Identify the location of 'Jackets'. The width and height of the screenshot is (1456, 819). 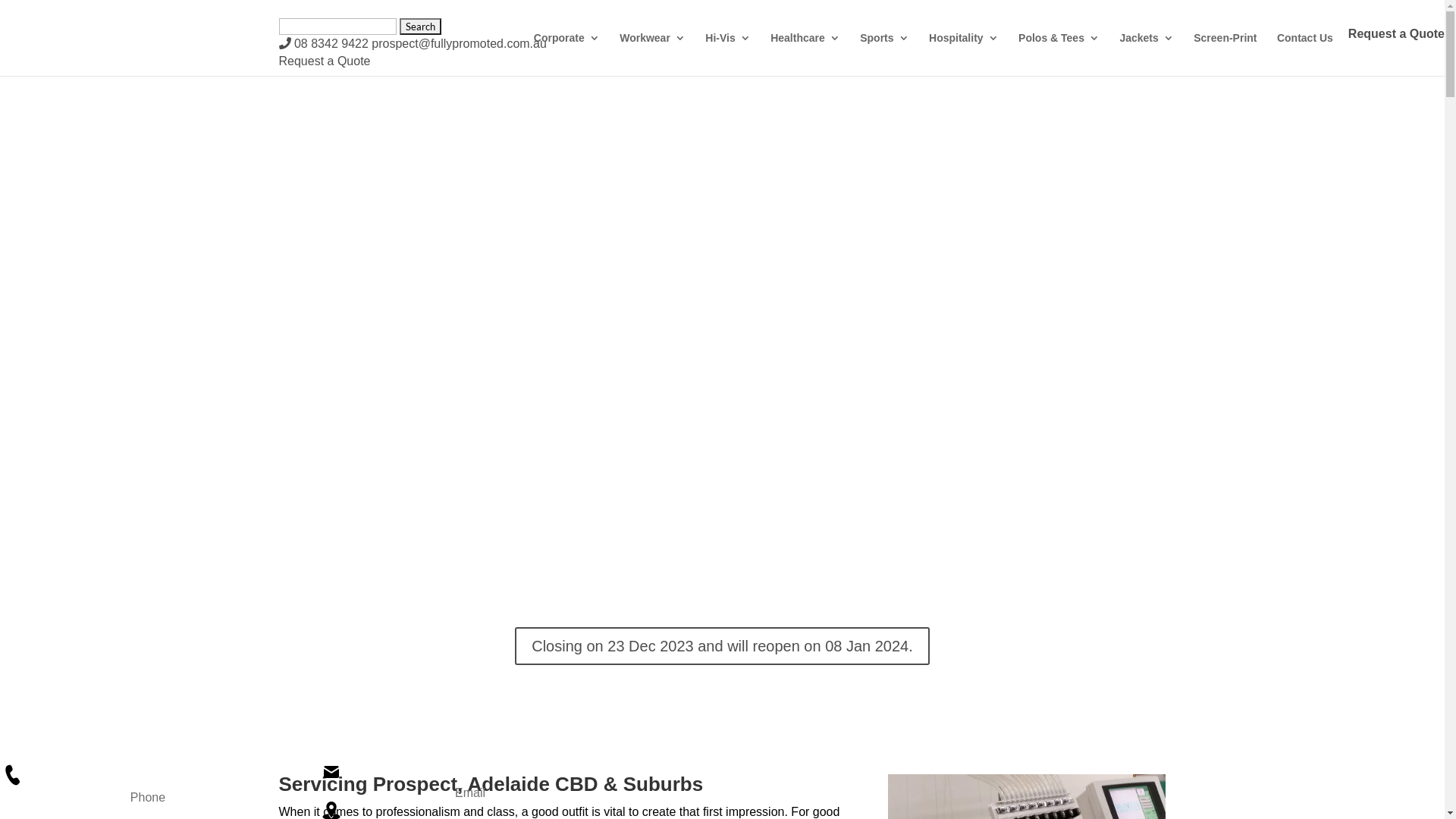
(1146, 49).